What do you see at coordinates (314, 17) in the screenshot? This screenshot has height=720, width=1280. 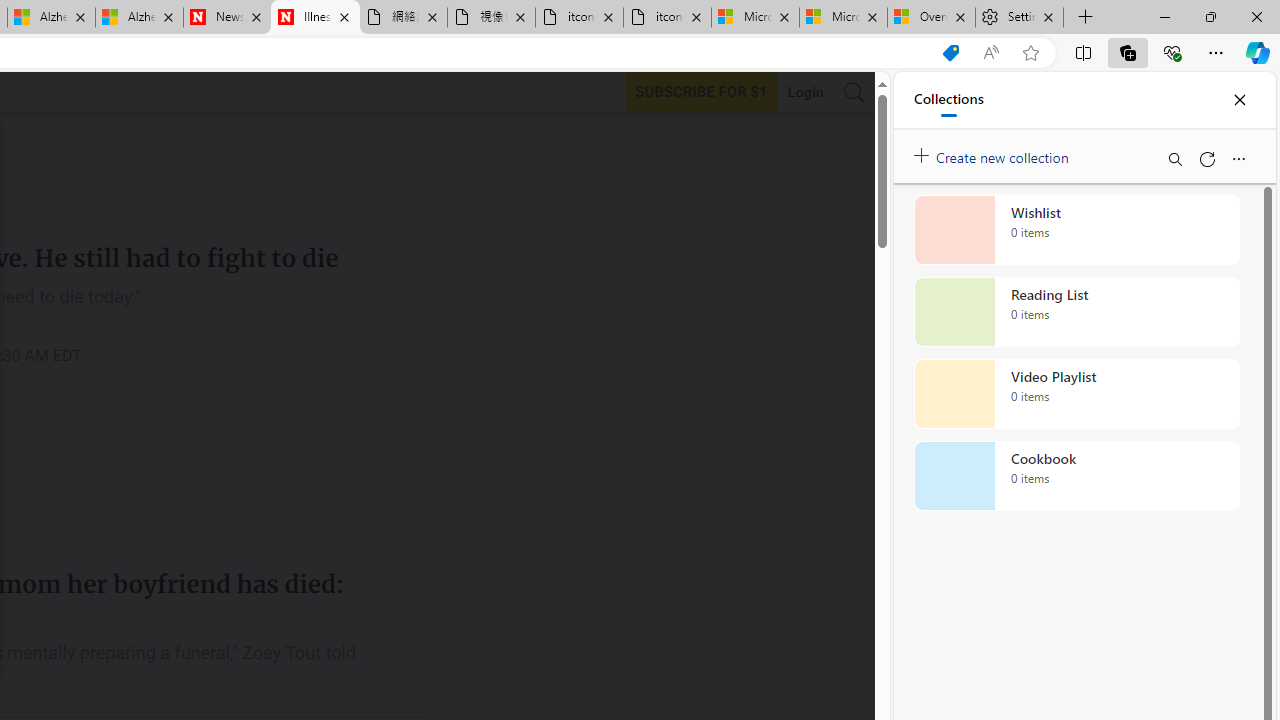 I see `'Illness news & latest pictures from Newsweek.com'` at bounding box center [314, 17].